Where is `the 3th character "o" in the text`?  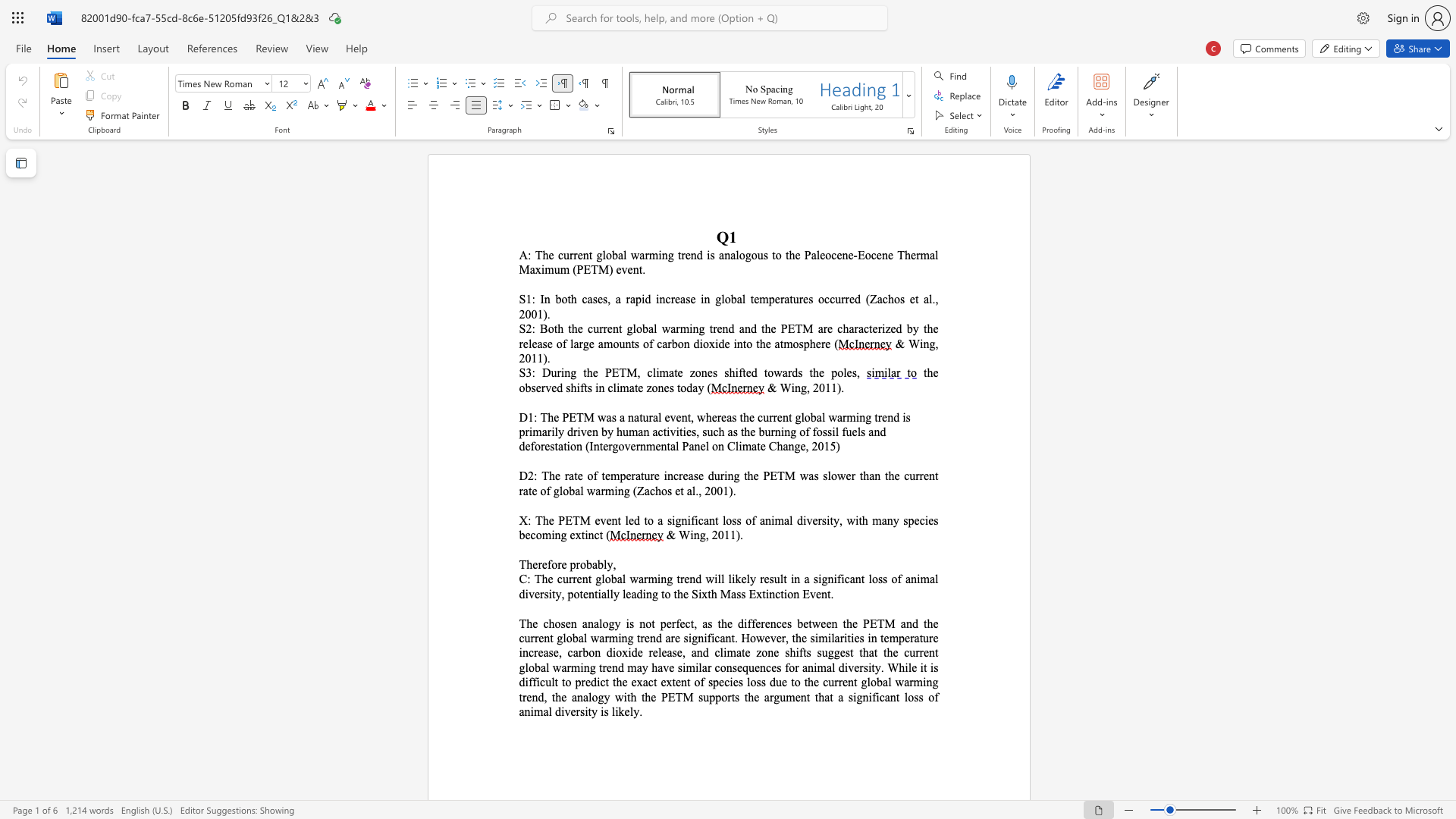 the 3th character "o" in the text is located at coordinates (748, 519).